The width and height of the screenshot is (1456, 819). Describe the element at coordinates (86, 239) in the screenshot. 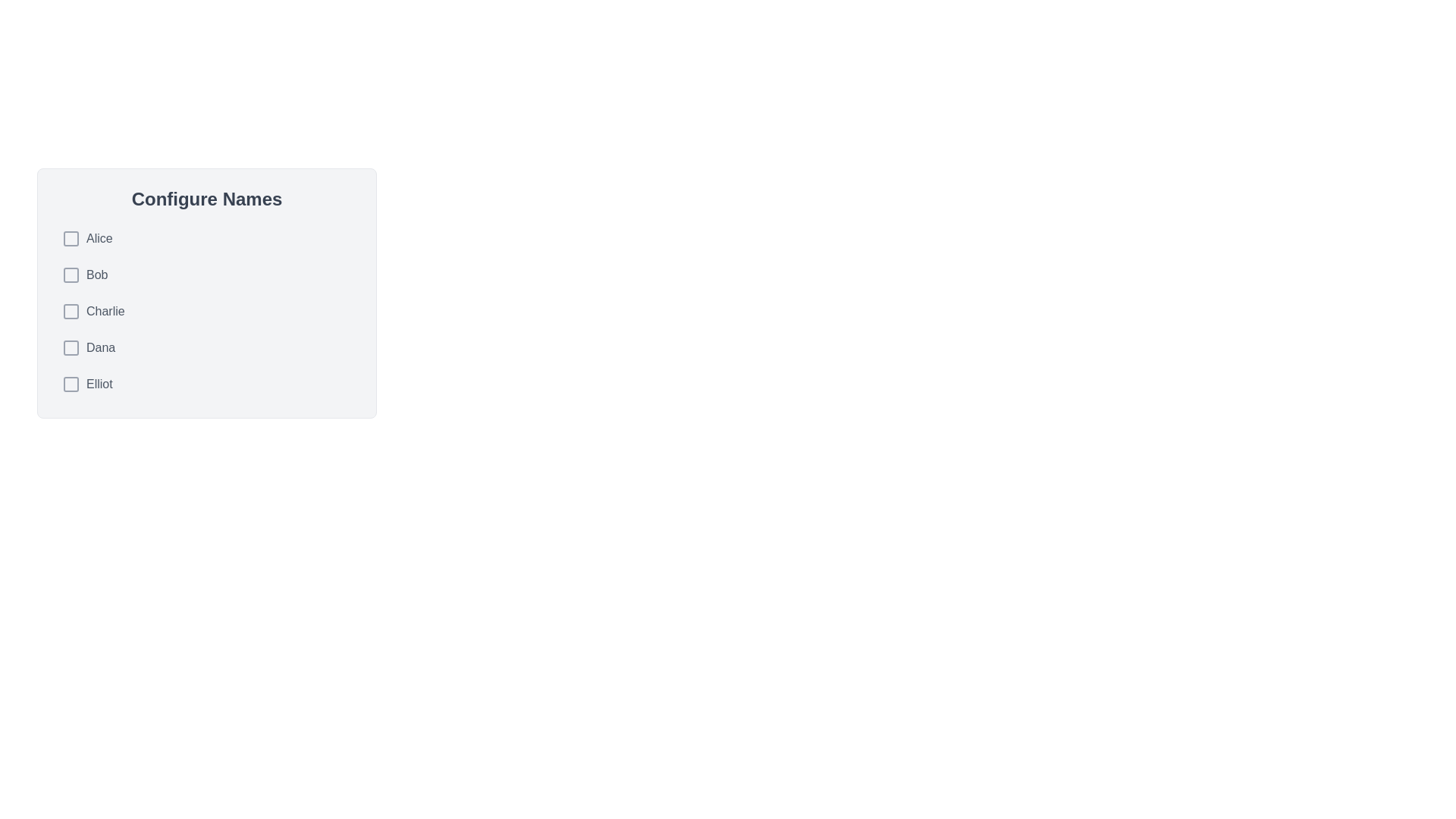

I see `the checkbox` at that location.